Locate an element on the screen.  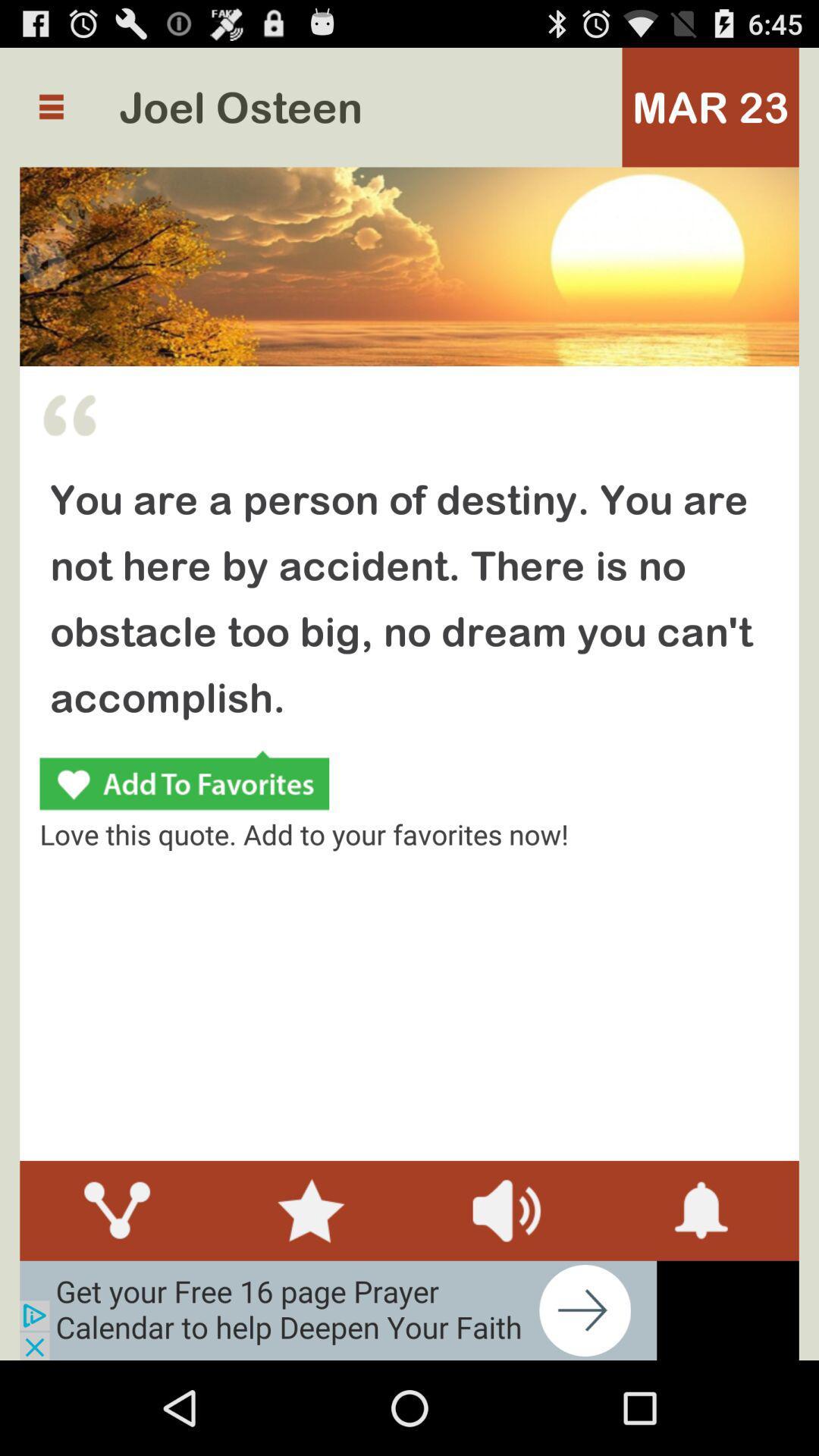
to favorites is located at coordinates (184, 783).